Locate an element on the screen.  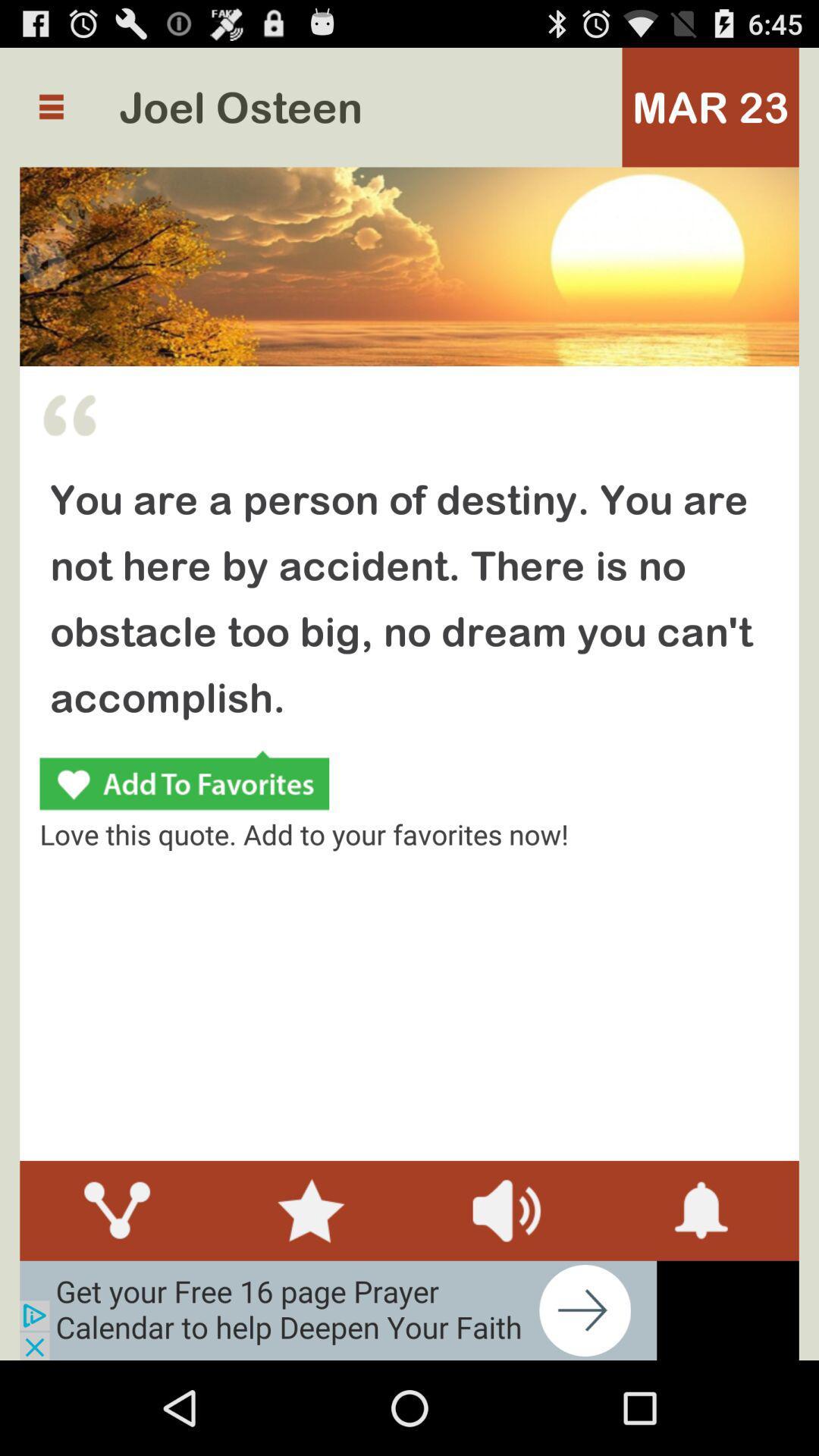
to favorites is located at coordinates (184, 783).